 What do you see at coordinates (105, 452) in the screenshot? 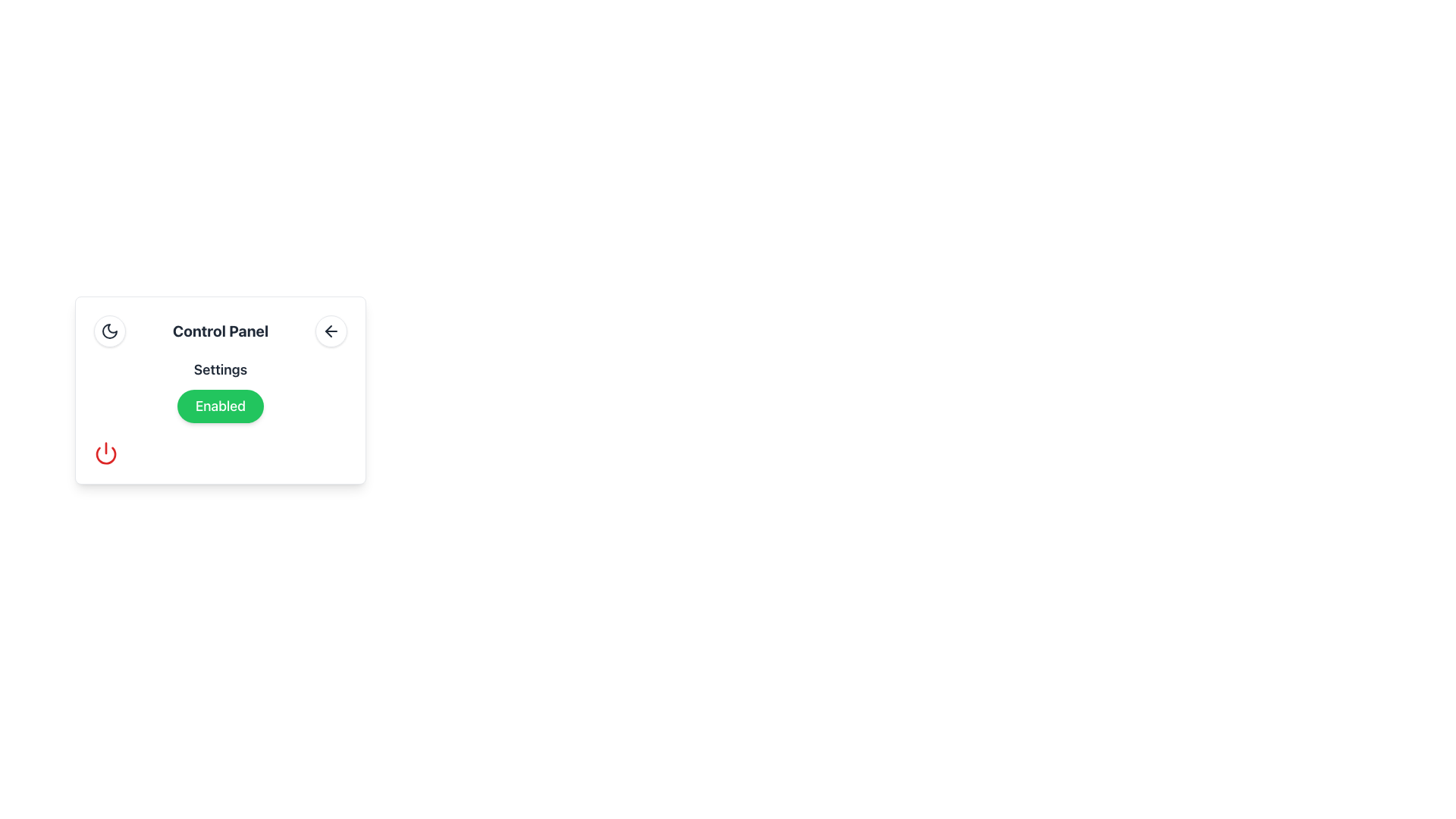
I see `the power control icon button located in the lower left corner of the rectangular control panel` at bounding box center [105, 452].